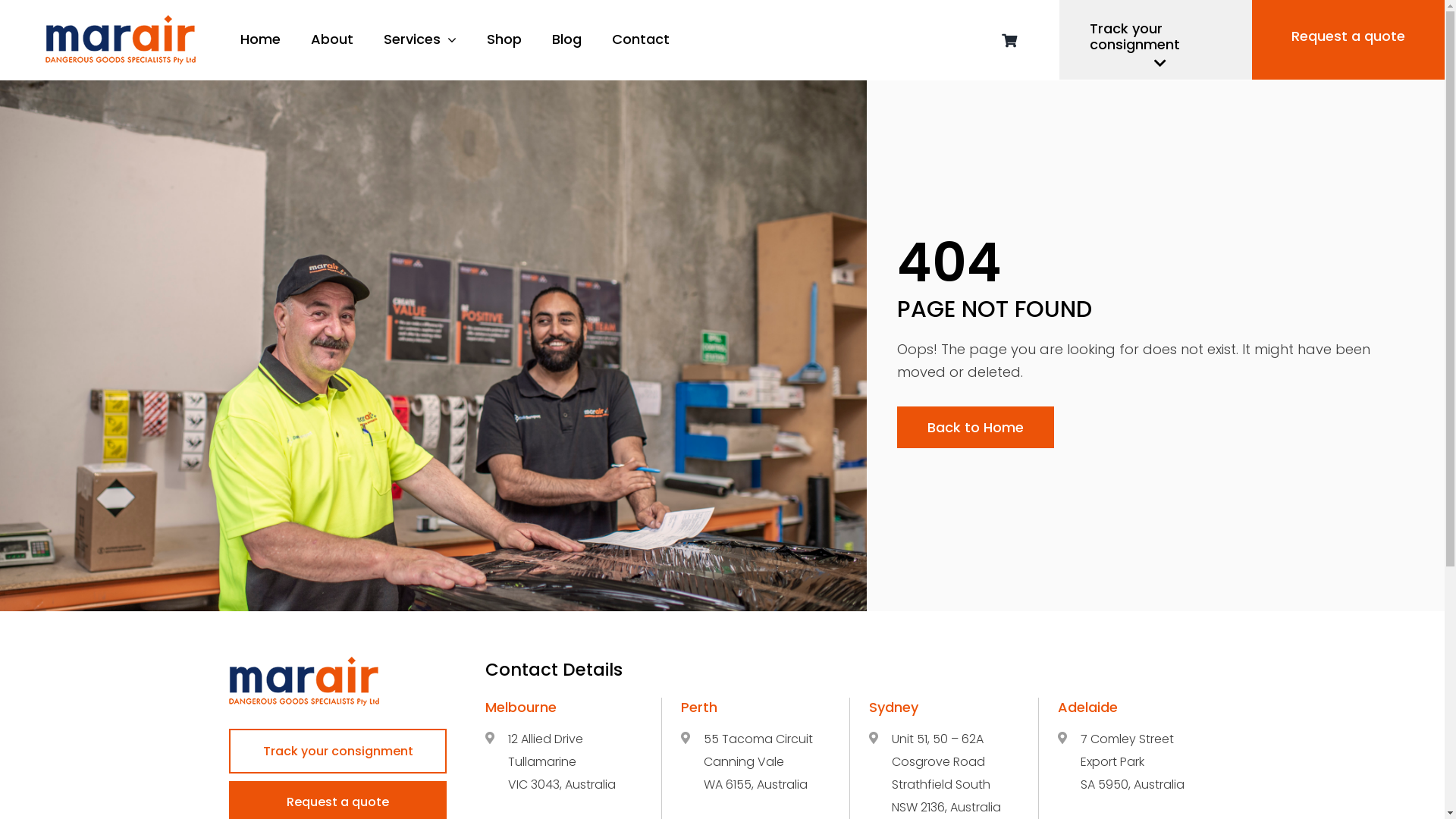  Describe the element at coordinates (303, 680) in the screenshot. I see `'Marair-Dangerous-goods-specialist'` at that location.